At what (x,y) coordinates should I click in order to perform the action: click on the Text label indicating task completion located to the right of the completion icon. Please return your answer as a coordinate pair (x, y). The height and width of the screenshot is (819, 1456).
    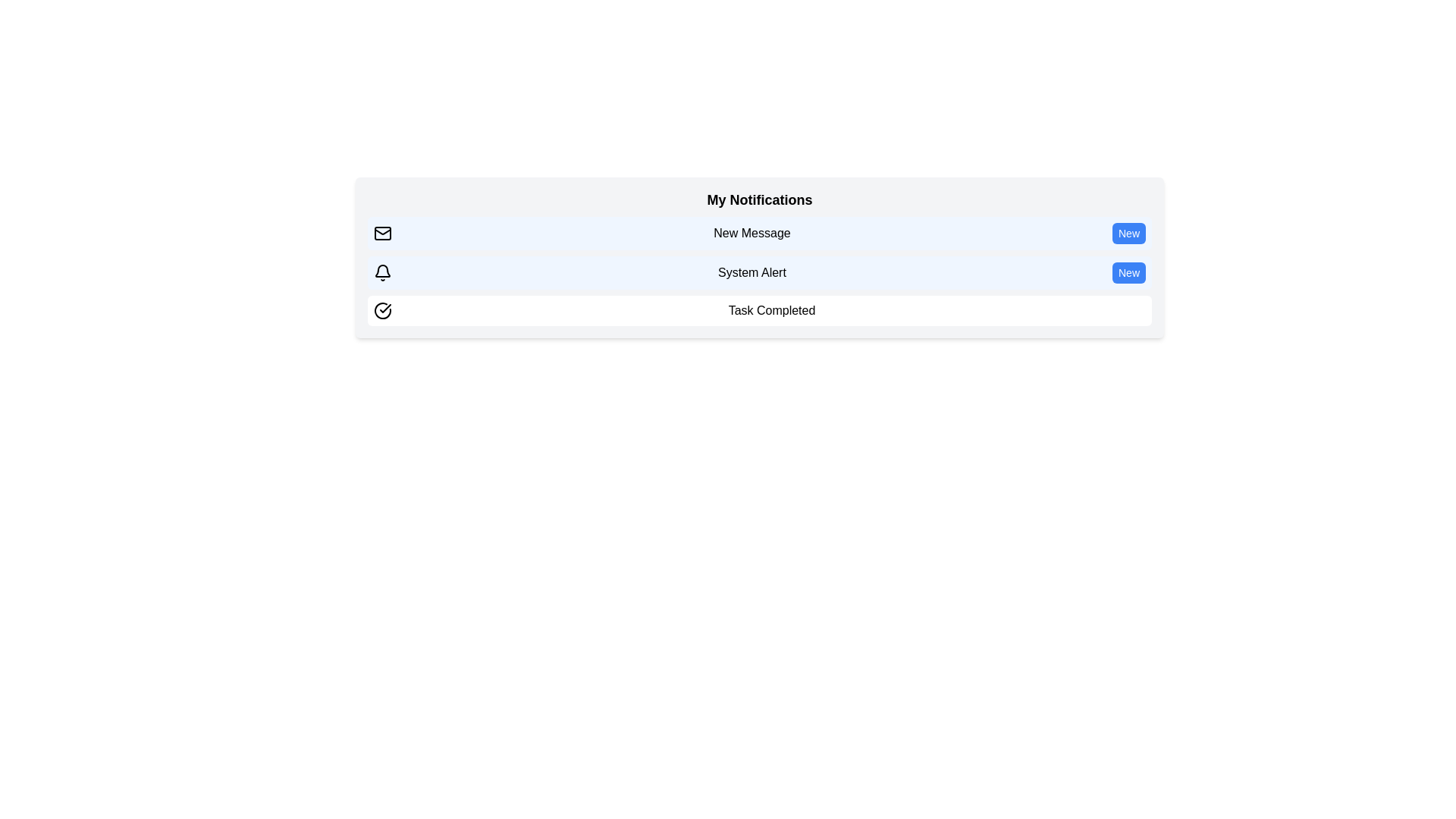
    Looking at the image, I should click on (771, 309).